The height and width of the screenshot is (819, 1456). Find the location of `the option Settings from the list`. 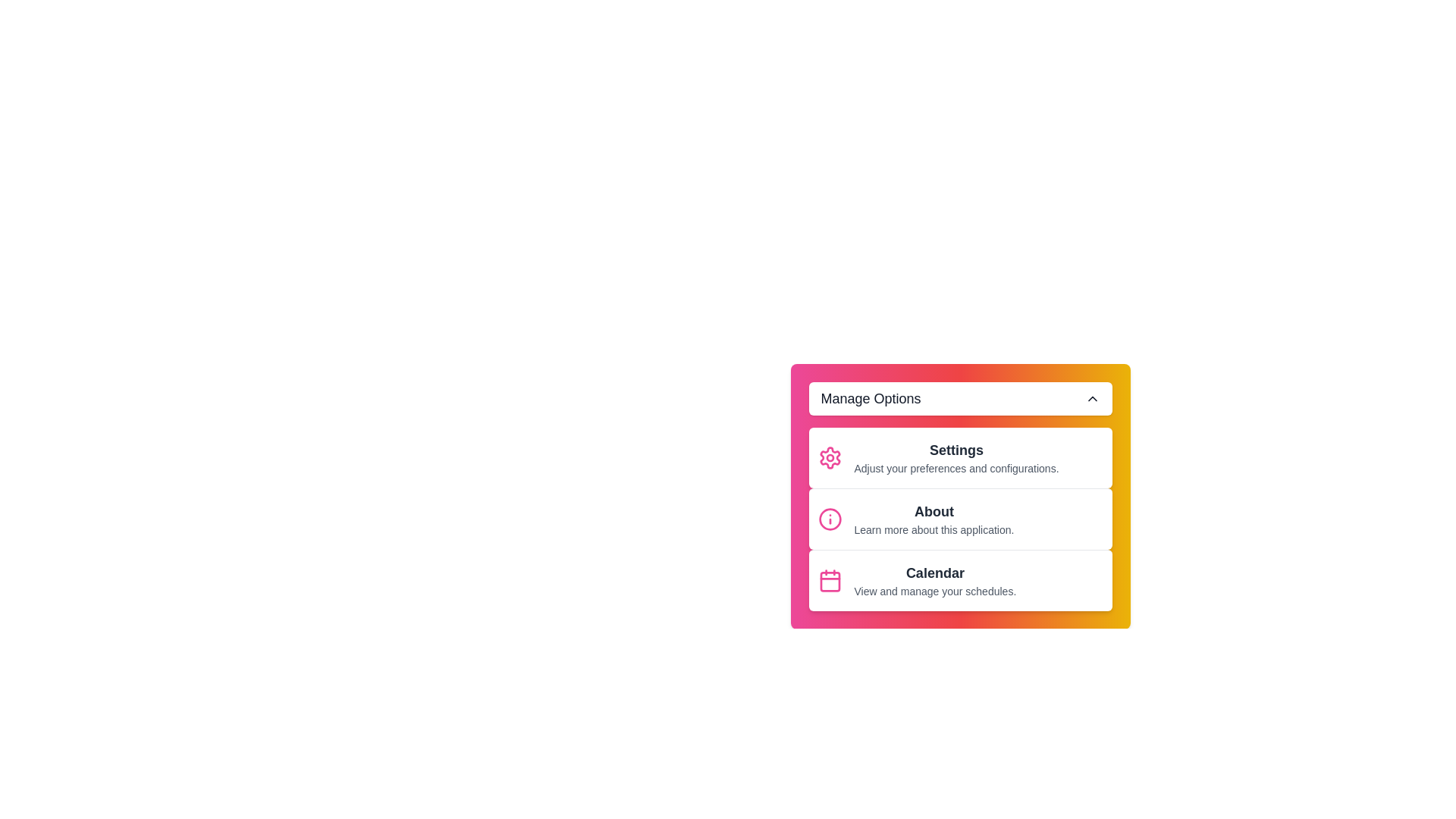

the option Settings from the list is located at coordinates (959, 457).